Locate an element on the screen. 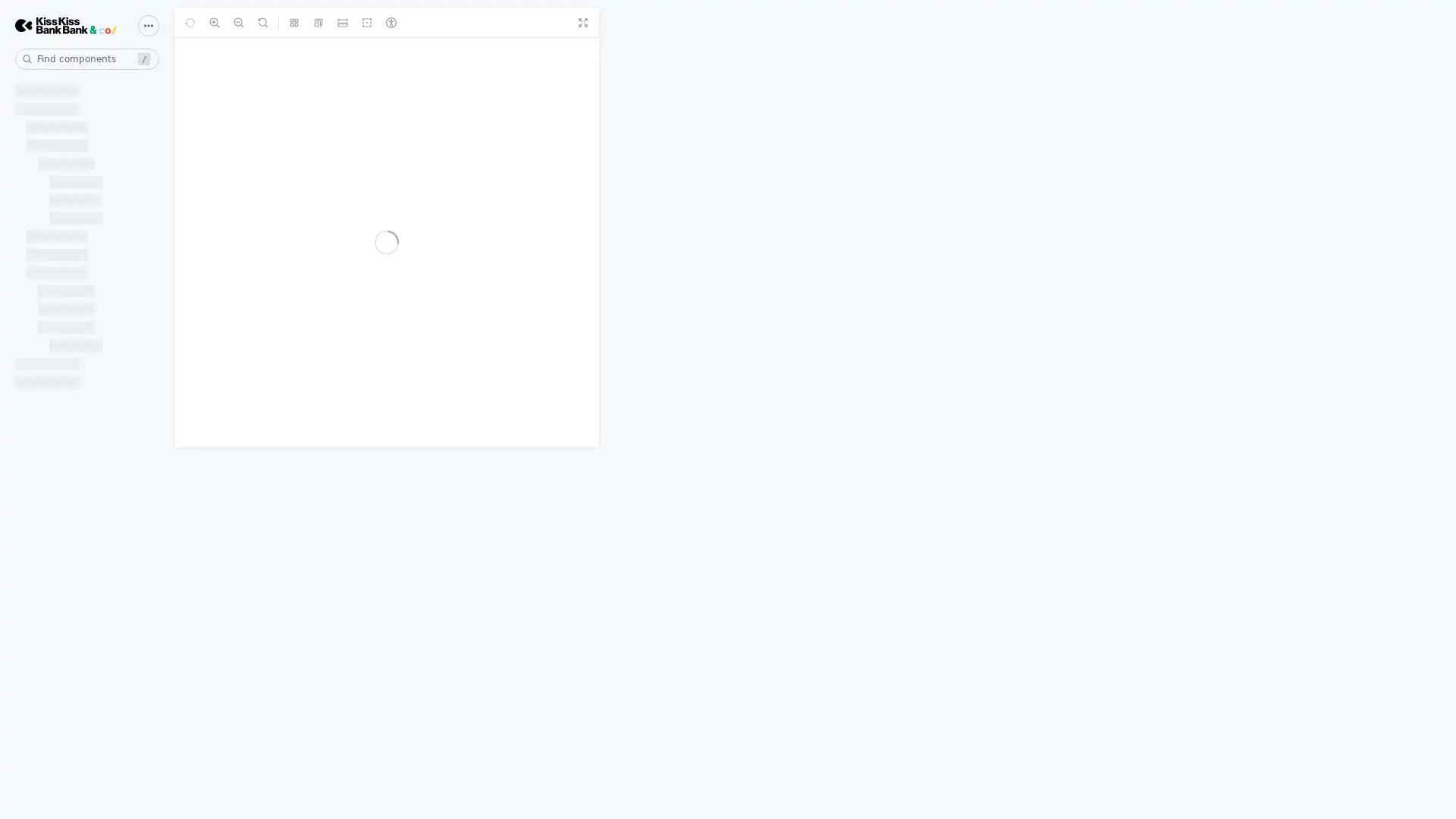 The width and height of the screenshot is (1456, 819). Apply outlines to the preview is located at coordinates (509, 23).